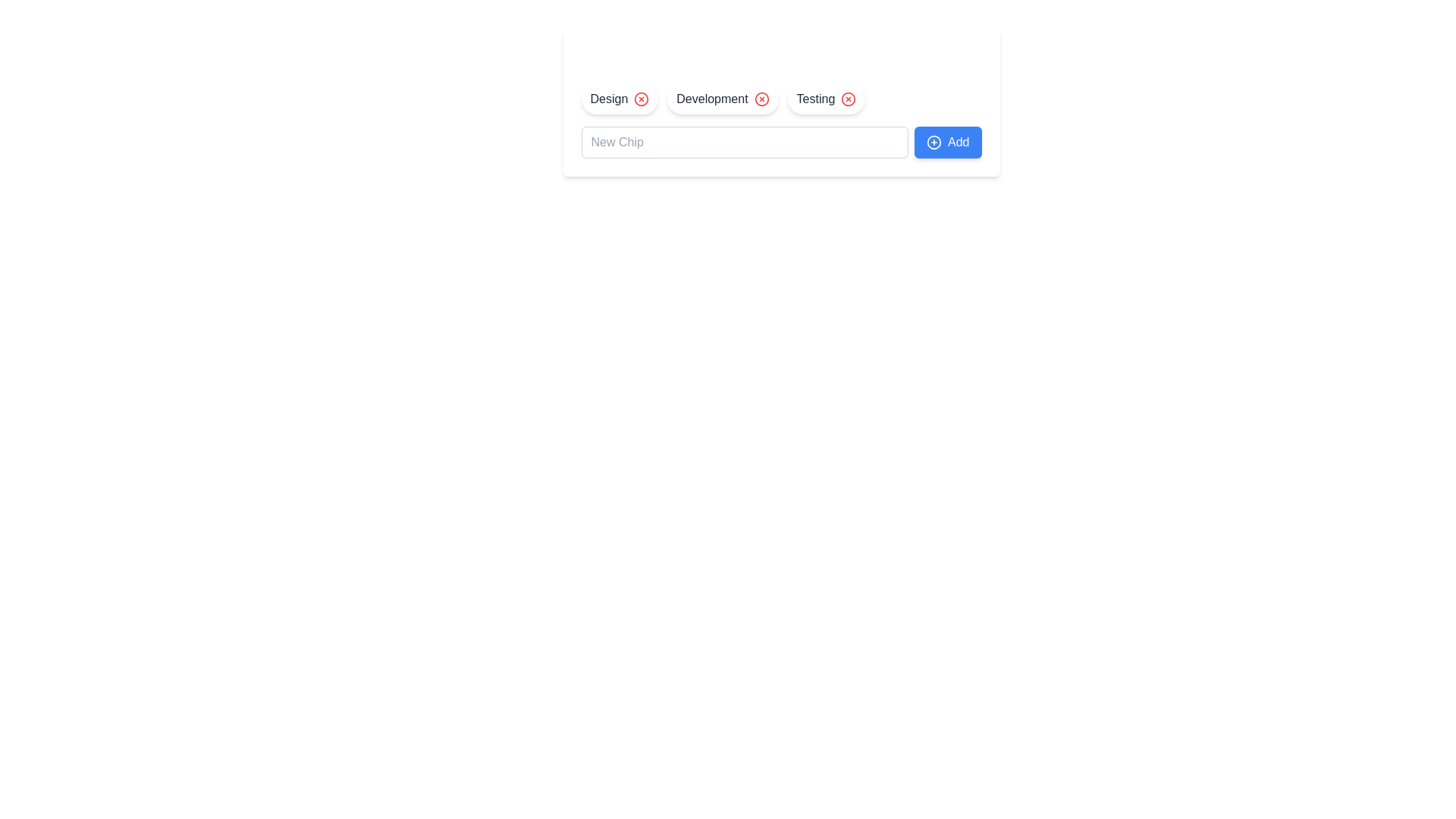 The image size is (1456, 819). Describe the element at coordinates (745, 143) in the screenshot. I see `the input field and type the desired text` at that location.